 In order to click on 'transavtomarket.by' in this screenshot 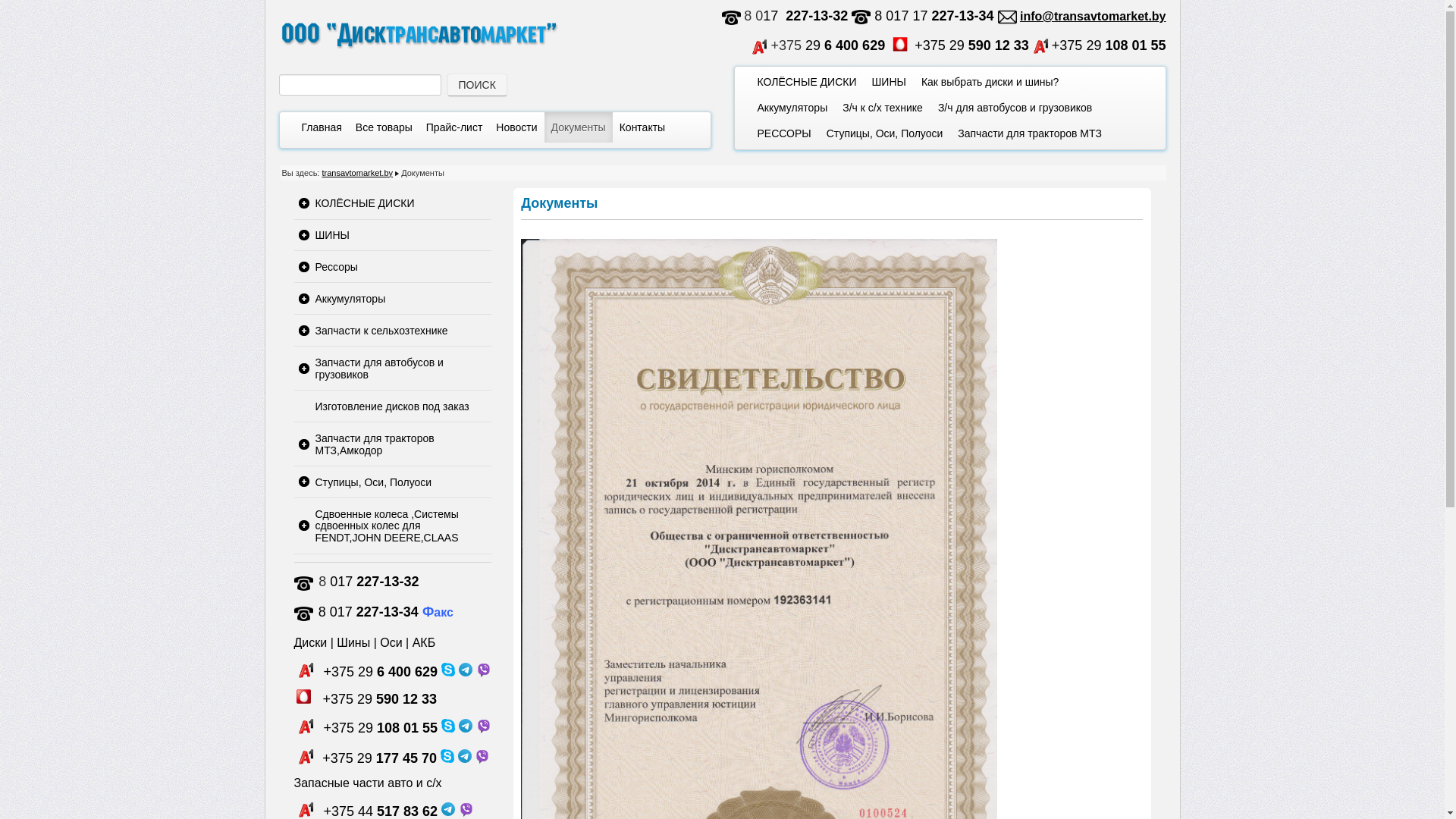, I will do `click(356, 171)`.